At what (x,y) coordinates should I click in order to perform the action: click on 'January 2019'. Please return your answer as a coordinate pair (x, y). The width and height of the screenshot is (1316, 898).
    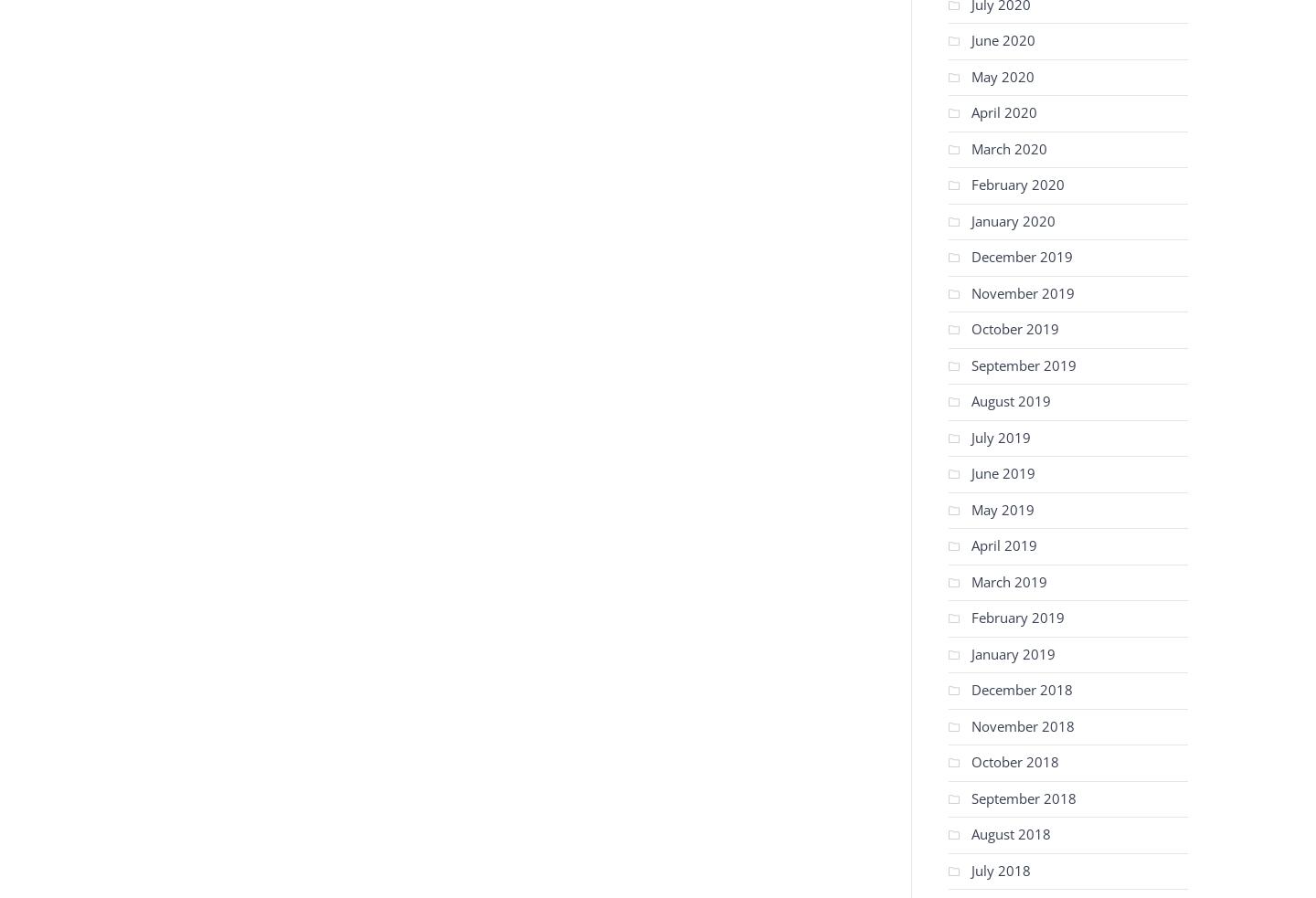
    Looking at the image, I should click on (1012, 652).